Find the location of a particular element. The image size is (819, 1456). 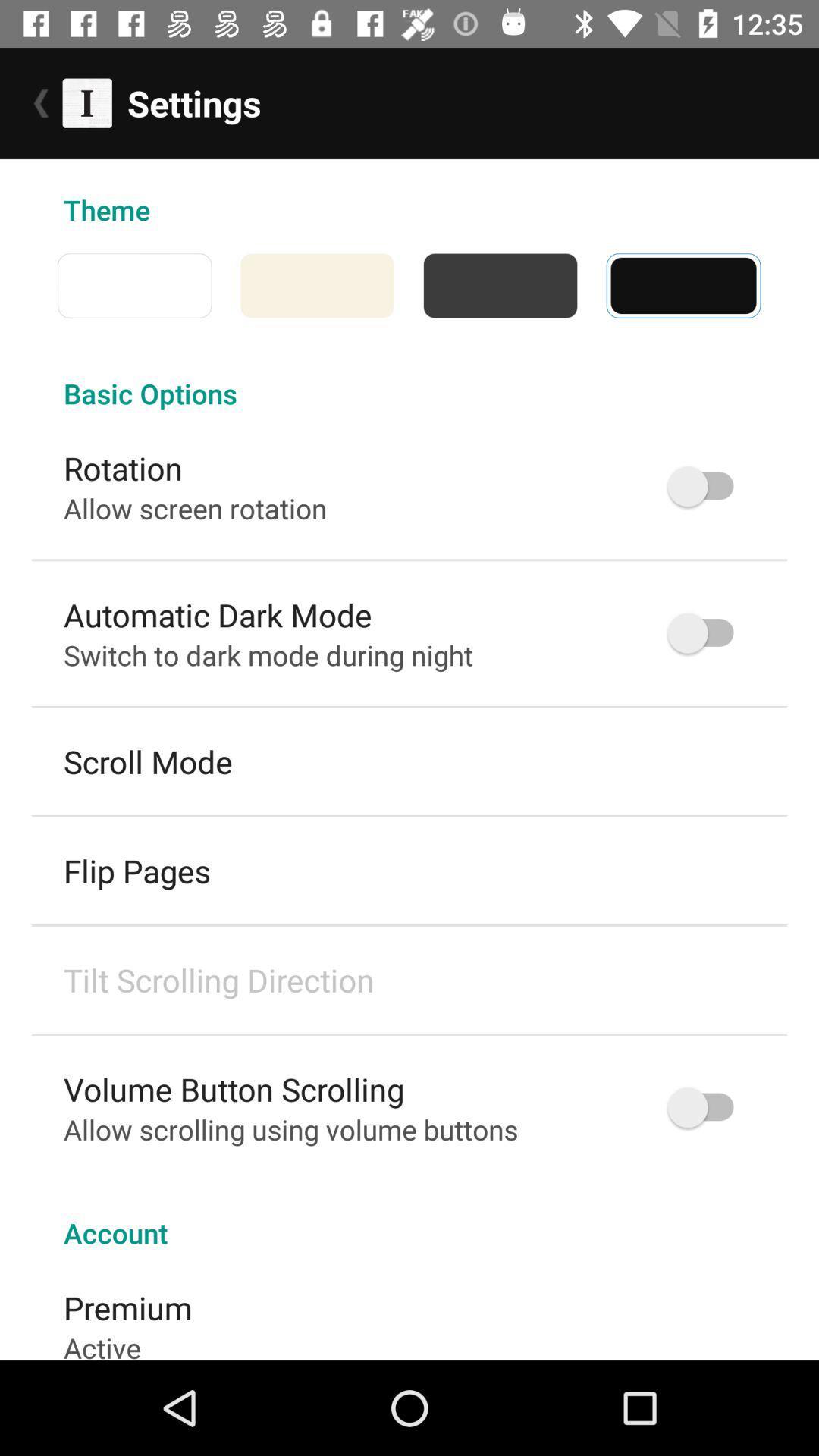

item above the basic options item is located at coordinates (408, 285).